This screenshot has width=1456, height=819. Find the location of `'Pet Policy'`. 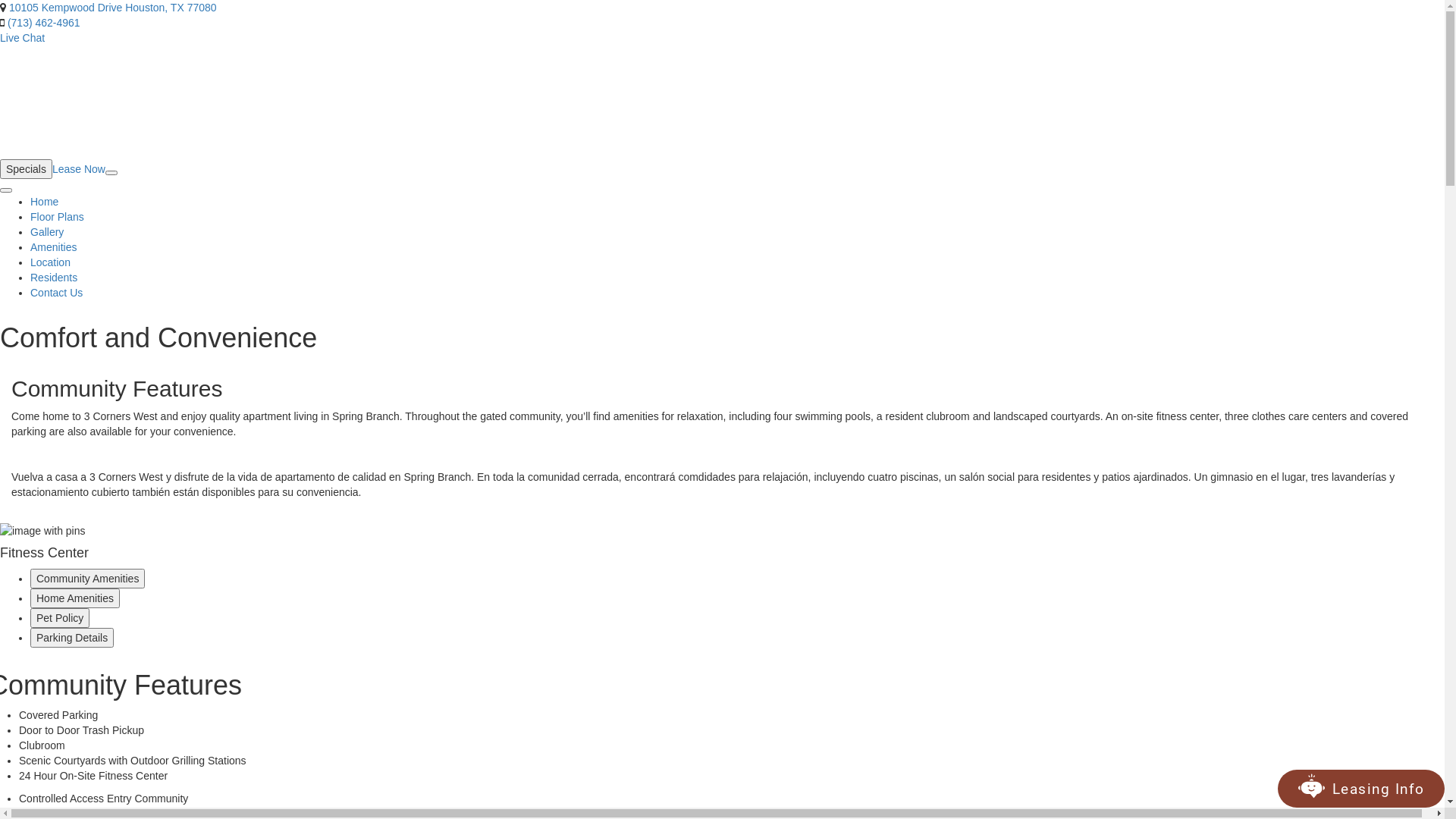

'Pet Policy' is located at coordinates (30, 617).